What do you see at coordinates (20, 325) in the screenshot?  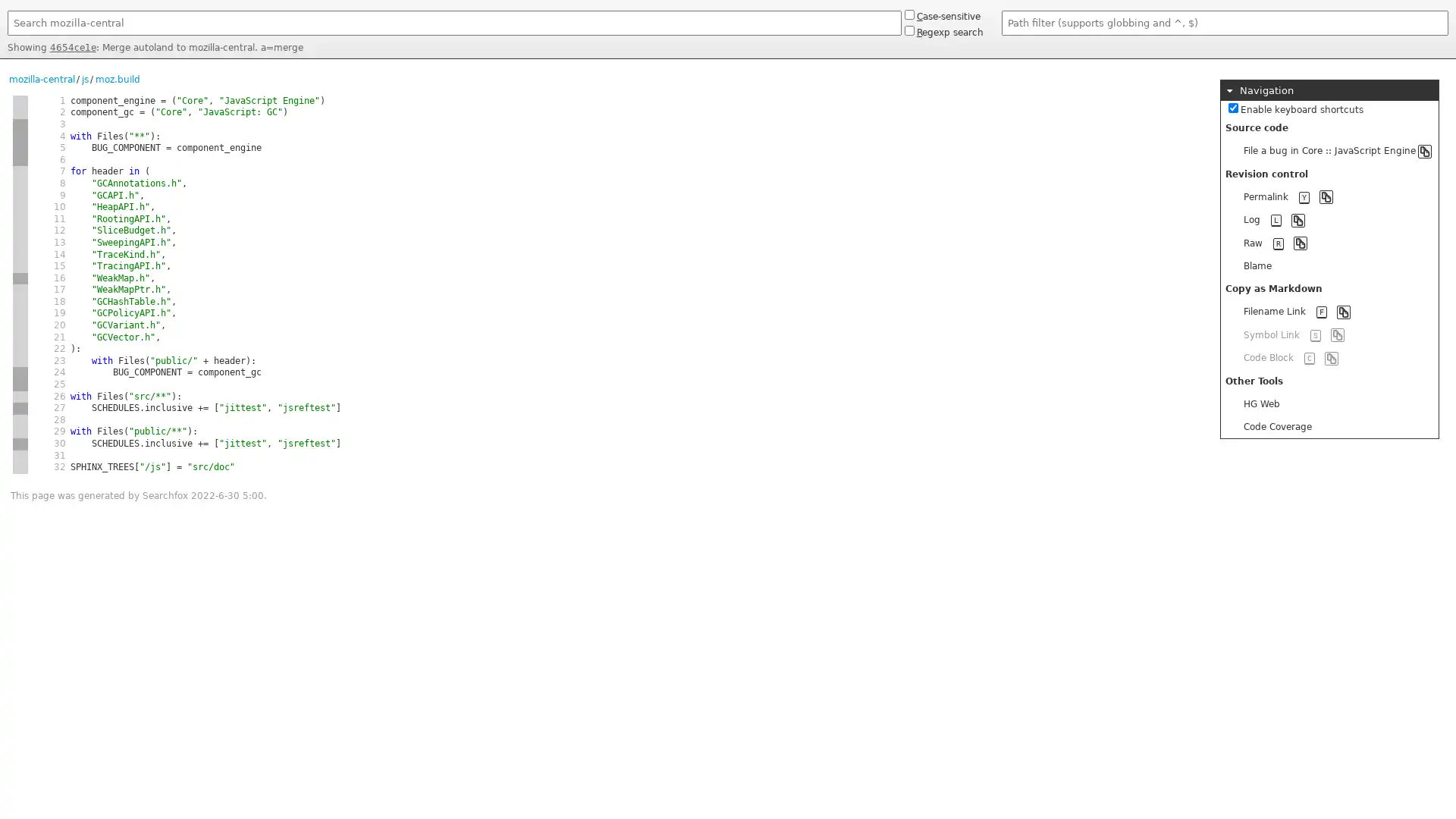 I see `same hash 1` at bounding box center [20, 325].